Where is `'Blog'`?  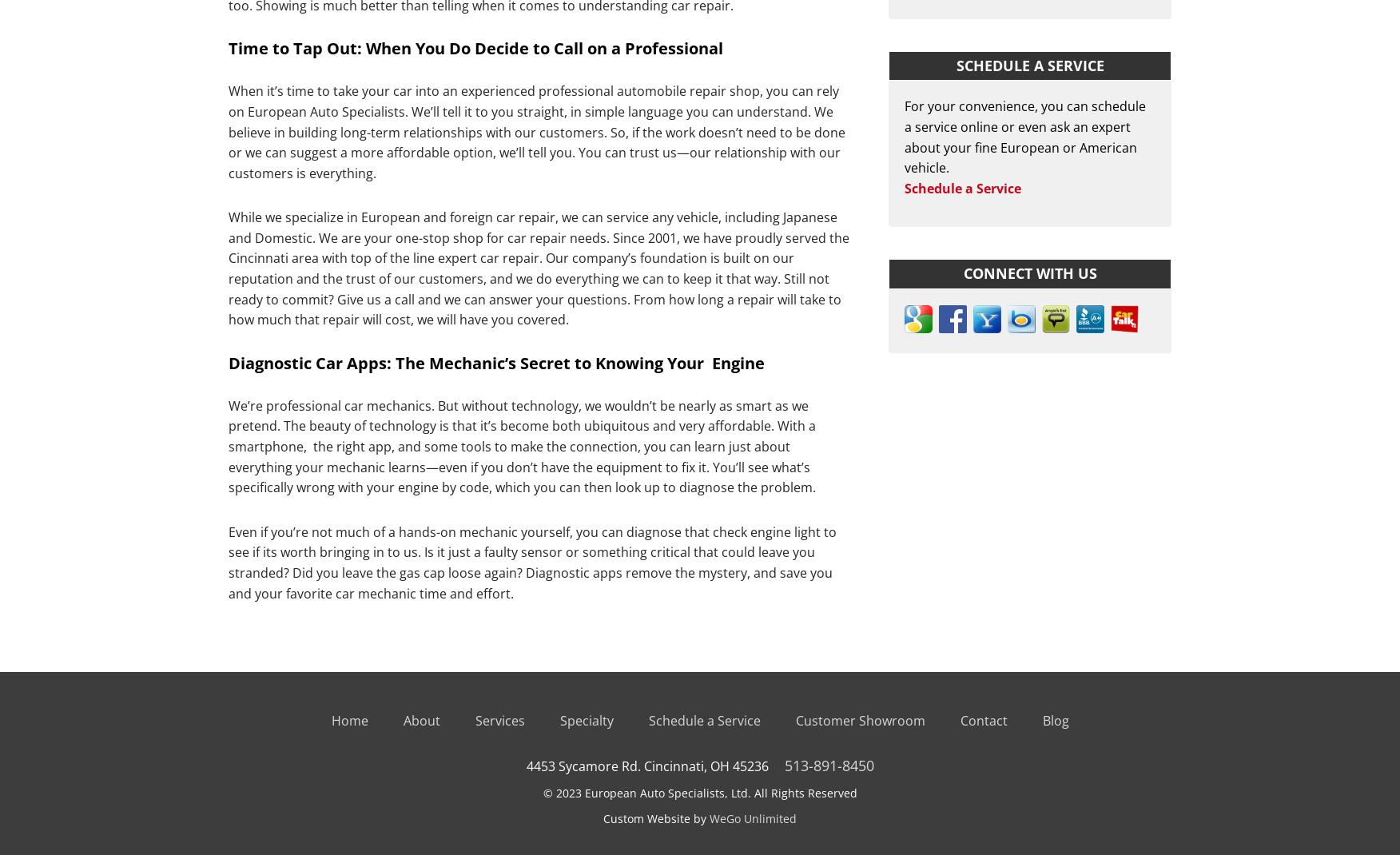 'Blog' is located at coordinates (1055, 720).